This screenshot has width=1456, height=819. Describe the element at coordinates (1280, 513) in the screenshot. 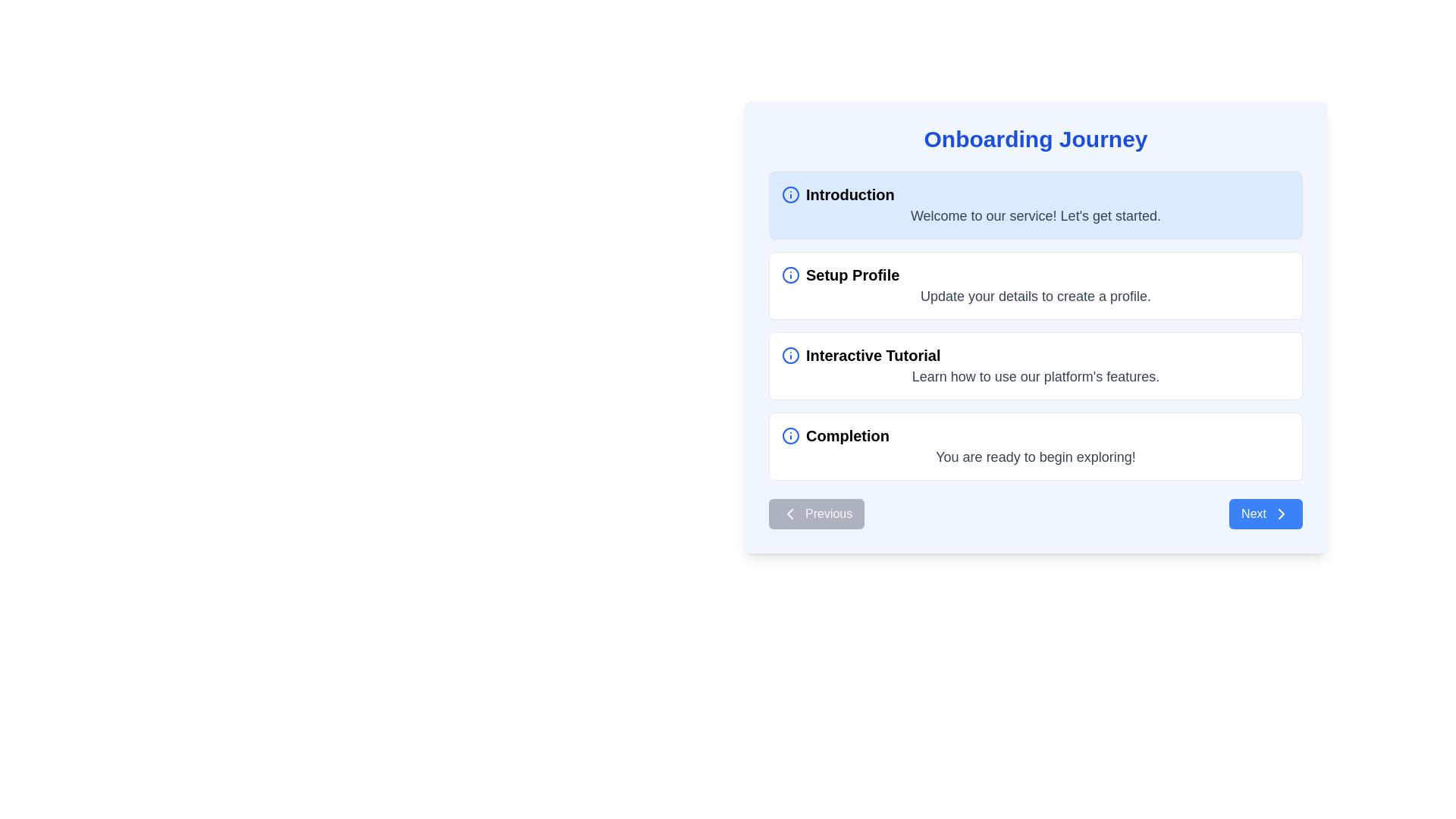

I see `the right-facing arrow icon inside the 'Next' button at the bottom-right corner of the interface, which indicates navigational functionality` at that location.